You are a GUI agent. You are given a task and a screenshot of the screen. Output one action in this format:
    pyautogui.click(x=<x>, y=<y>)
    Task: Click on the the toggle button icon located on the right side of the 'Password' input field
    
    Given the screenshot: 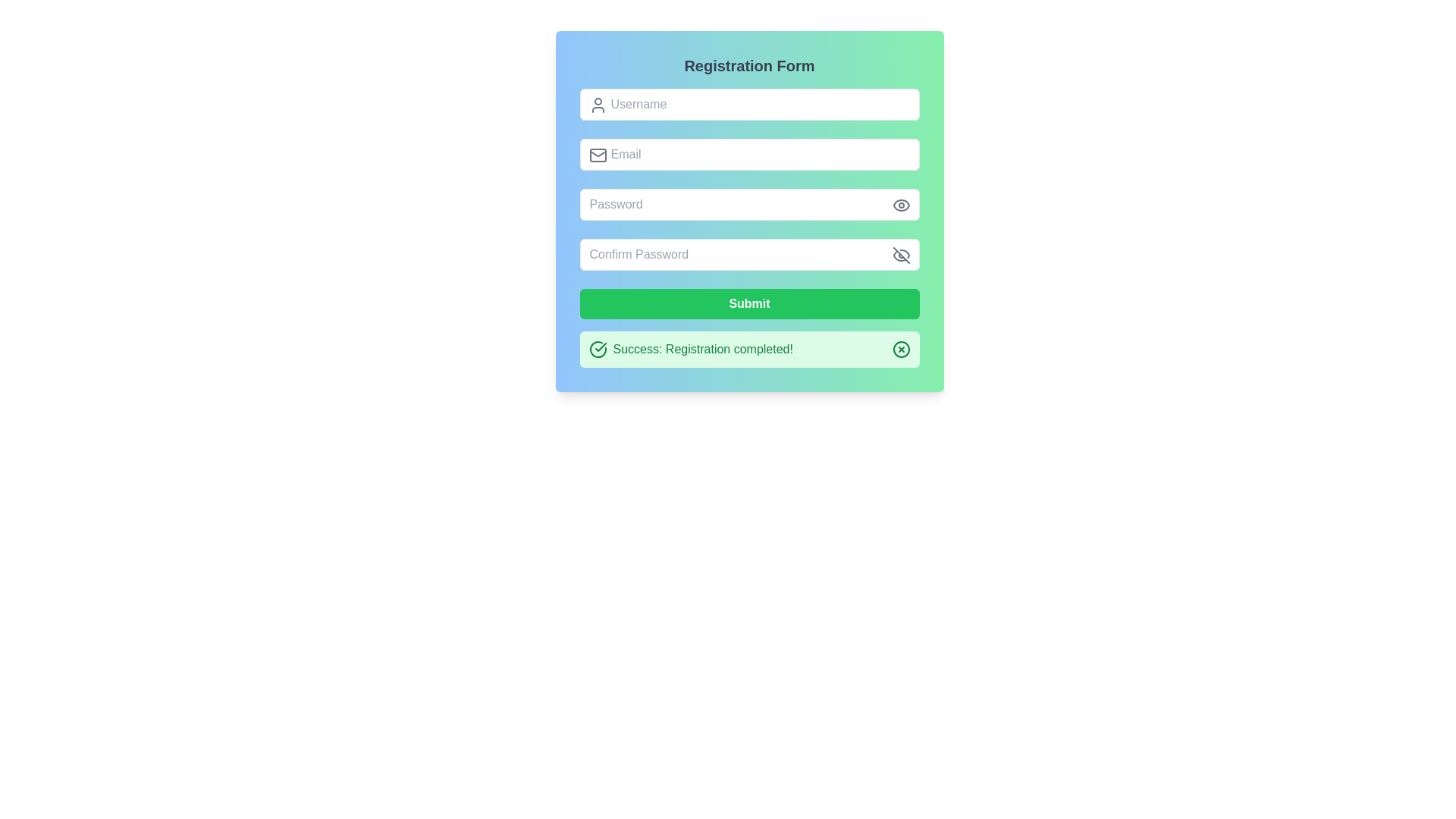 What is the action you would take?
    pyautogui.click(x=901, y=205)
    